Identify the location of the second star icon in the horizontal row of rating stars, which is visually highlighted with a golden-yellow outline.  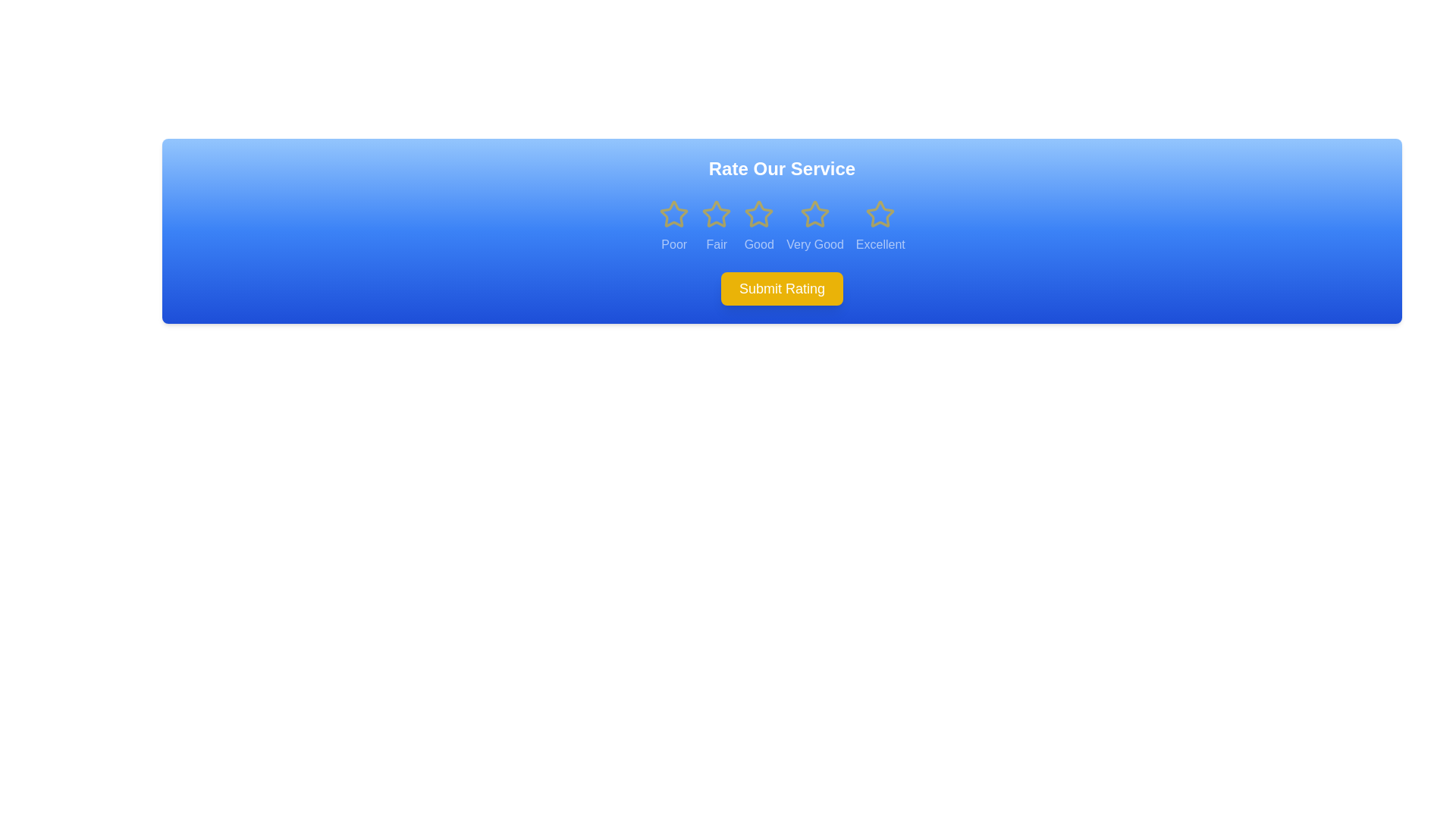
(716, 214).